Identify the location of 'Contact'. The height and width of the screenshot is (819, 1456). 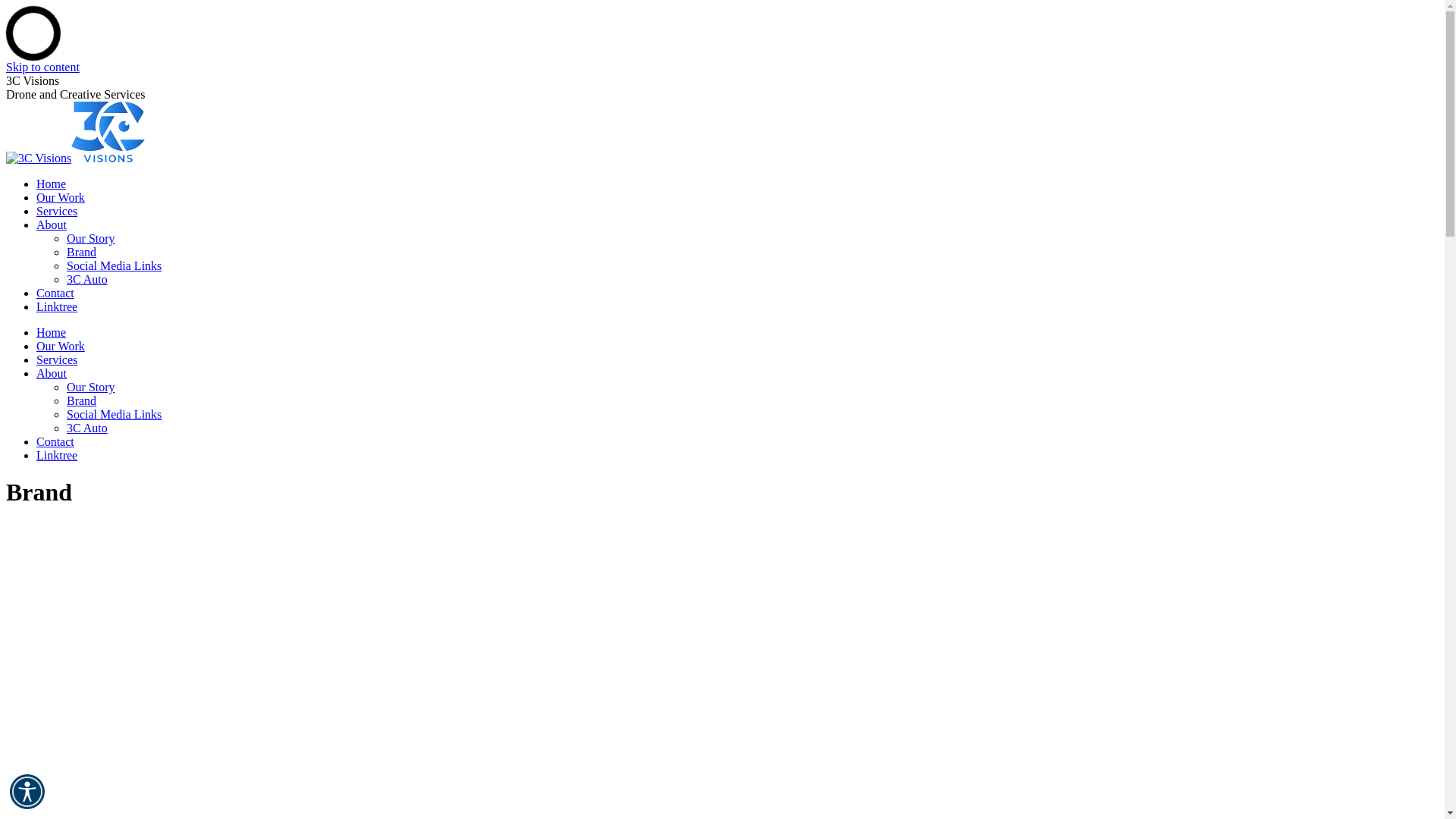
(55, 441).